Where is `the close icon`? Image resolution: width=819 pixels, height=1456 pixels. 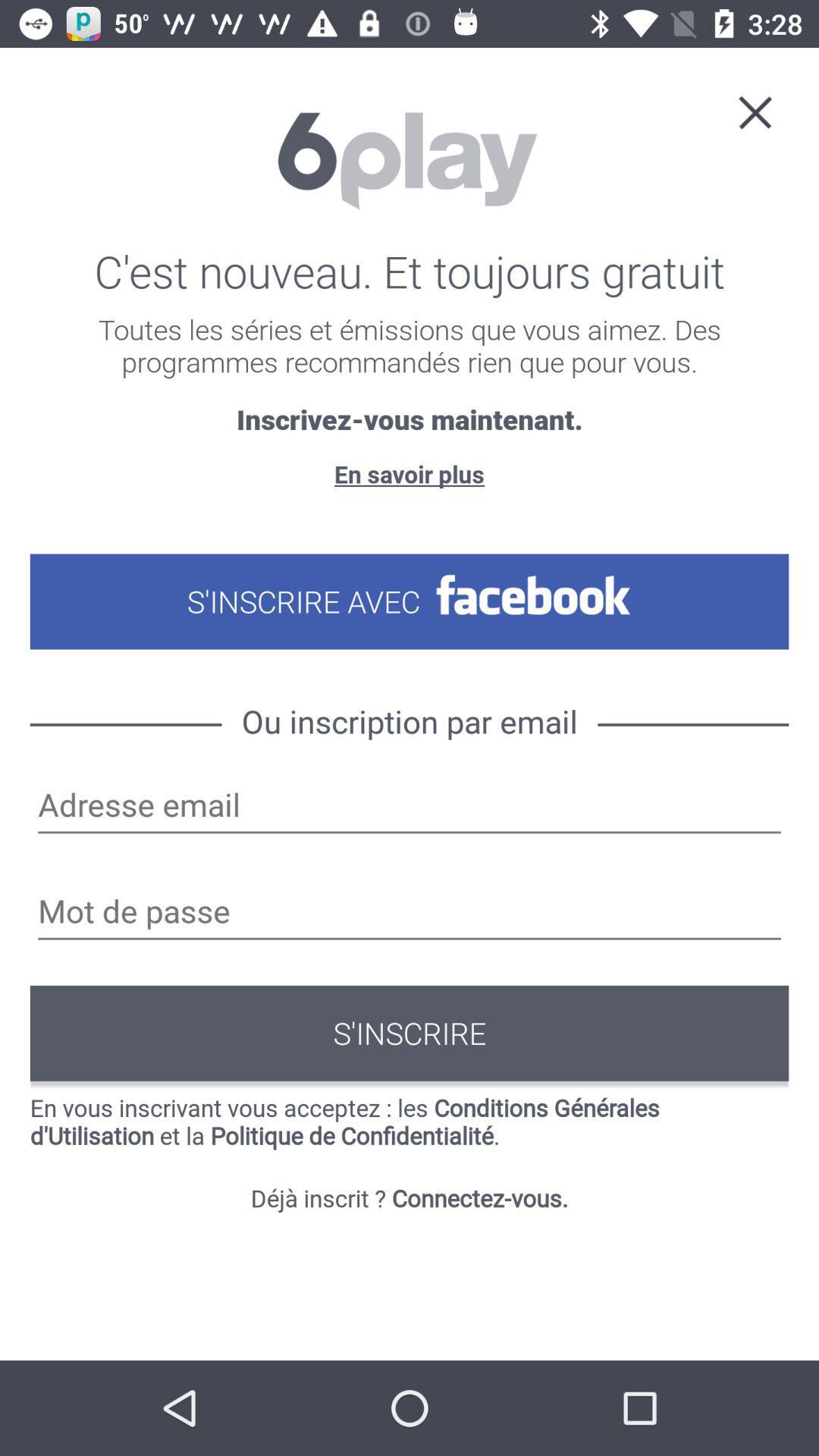 the close icon is located at coordinates (755, 111).